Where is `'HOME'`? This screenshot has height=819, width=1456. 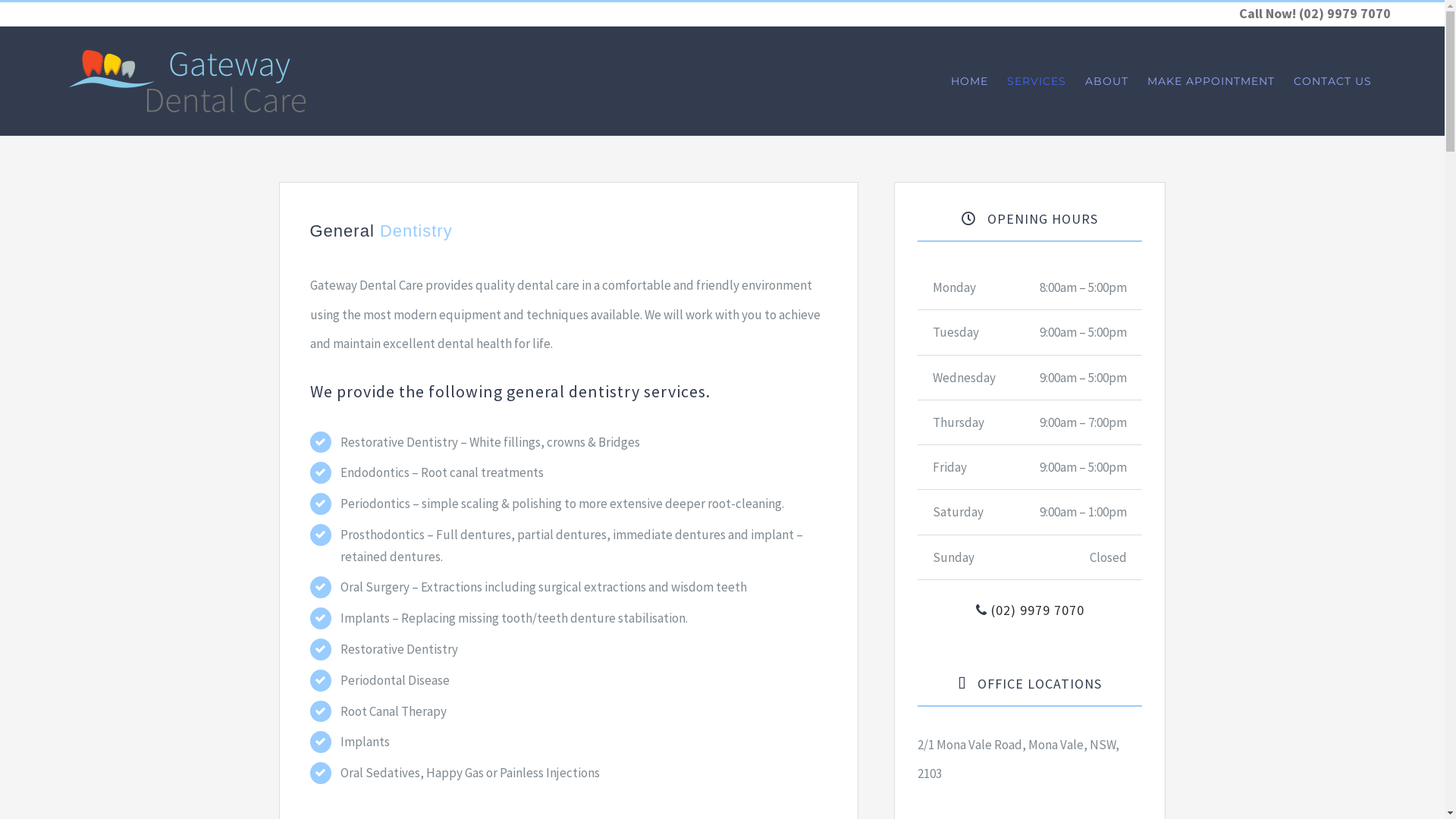 'HOME' is located at coordinates (968, 81).